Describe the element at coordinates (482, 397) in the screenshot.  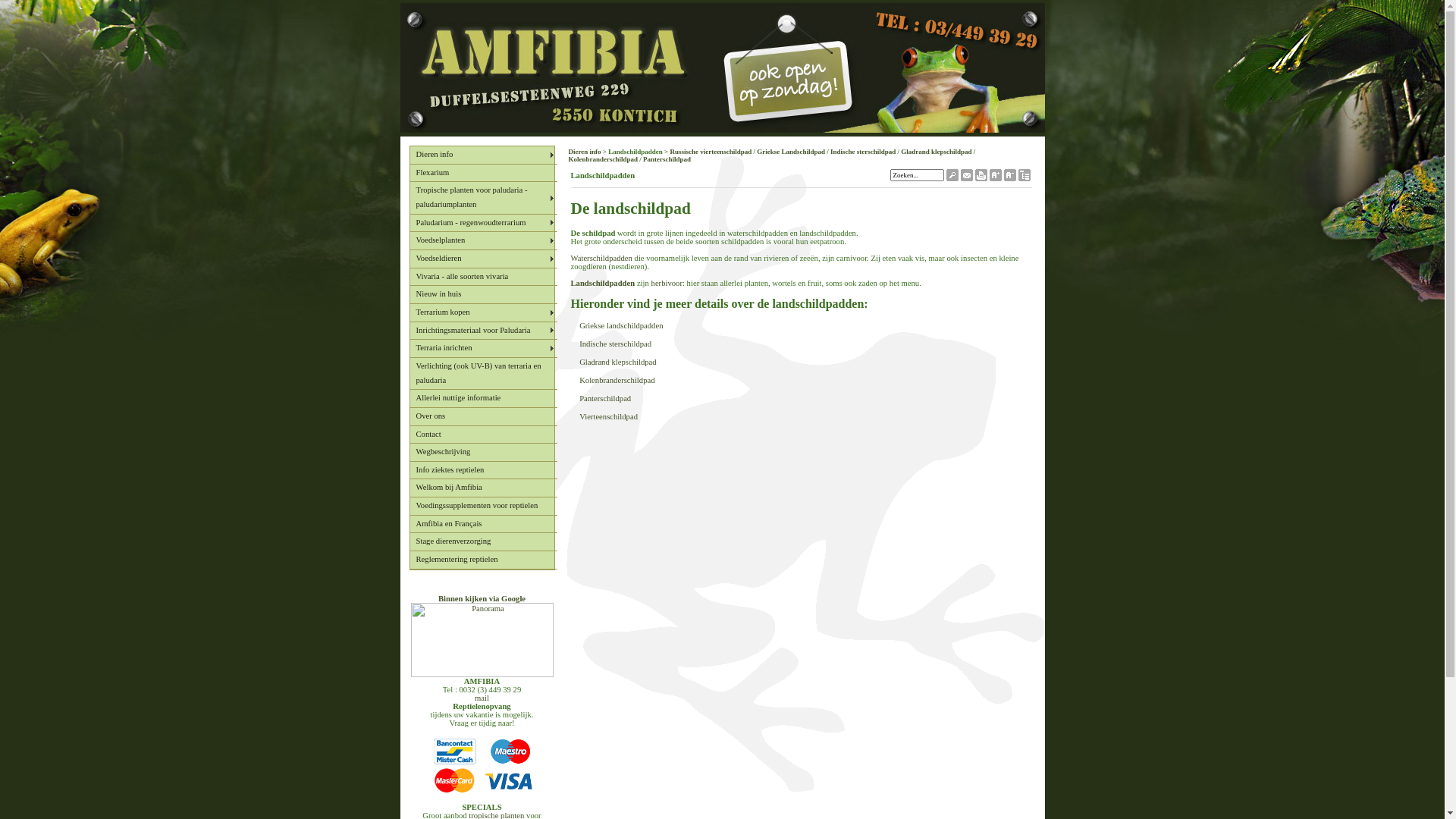
I see `'Allerlei nuttige informatie'` at that location.